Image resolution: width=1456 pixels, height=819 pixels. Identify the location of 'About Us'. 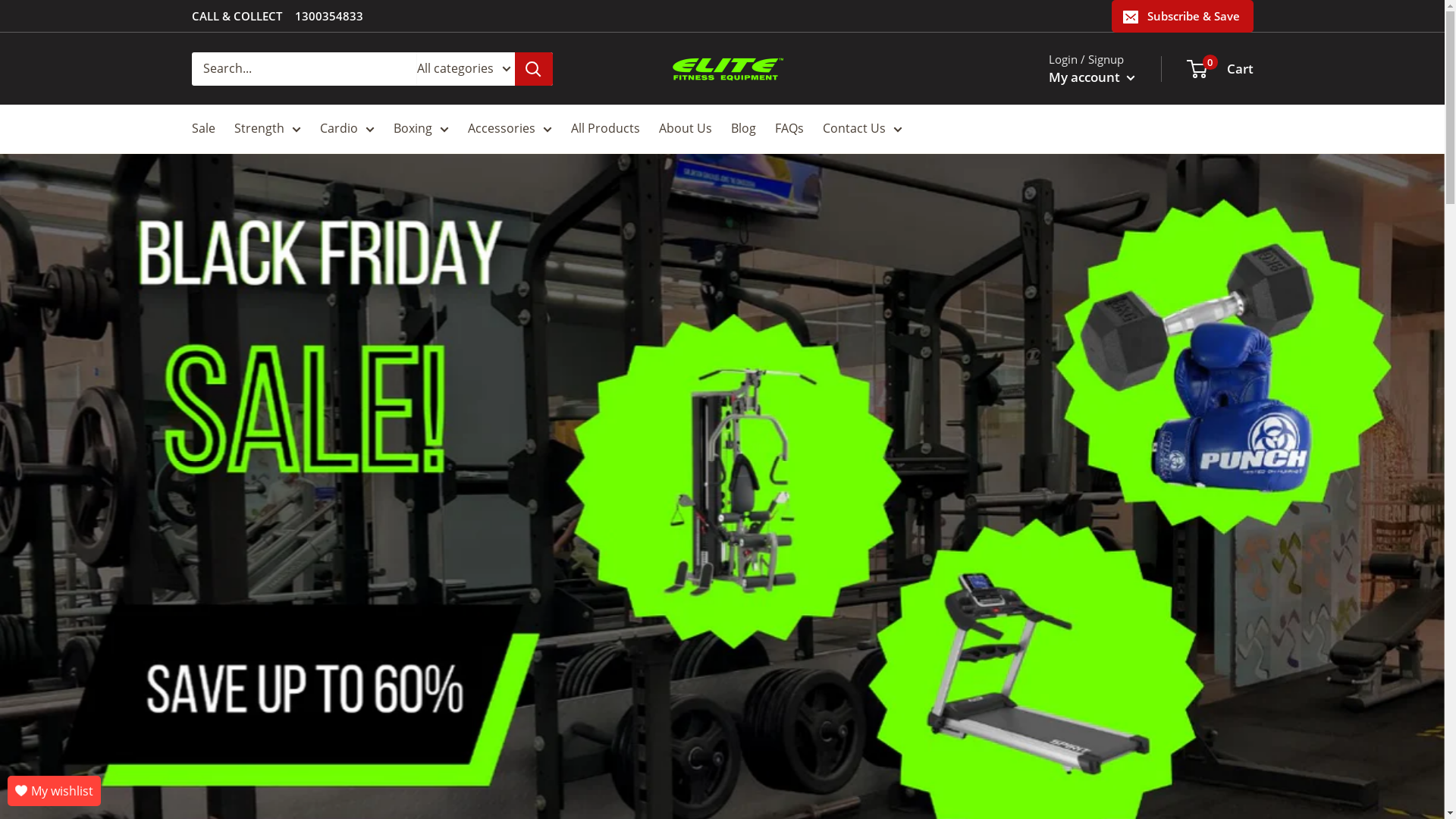
(683, 127).